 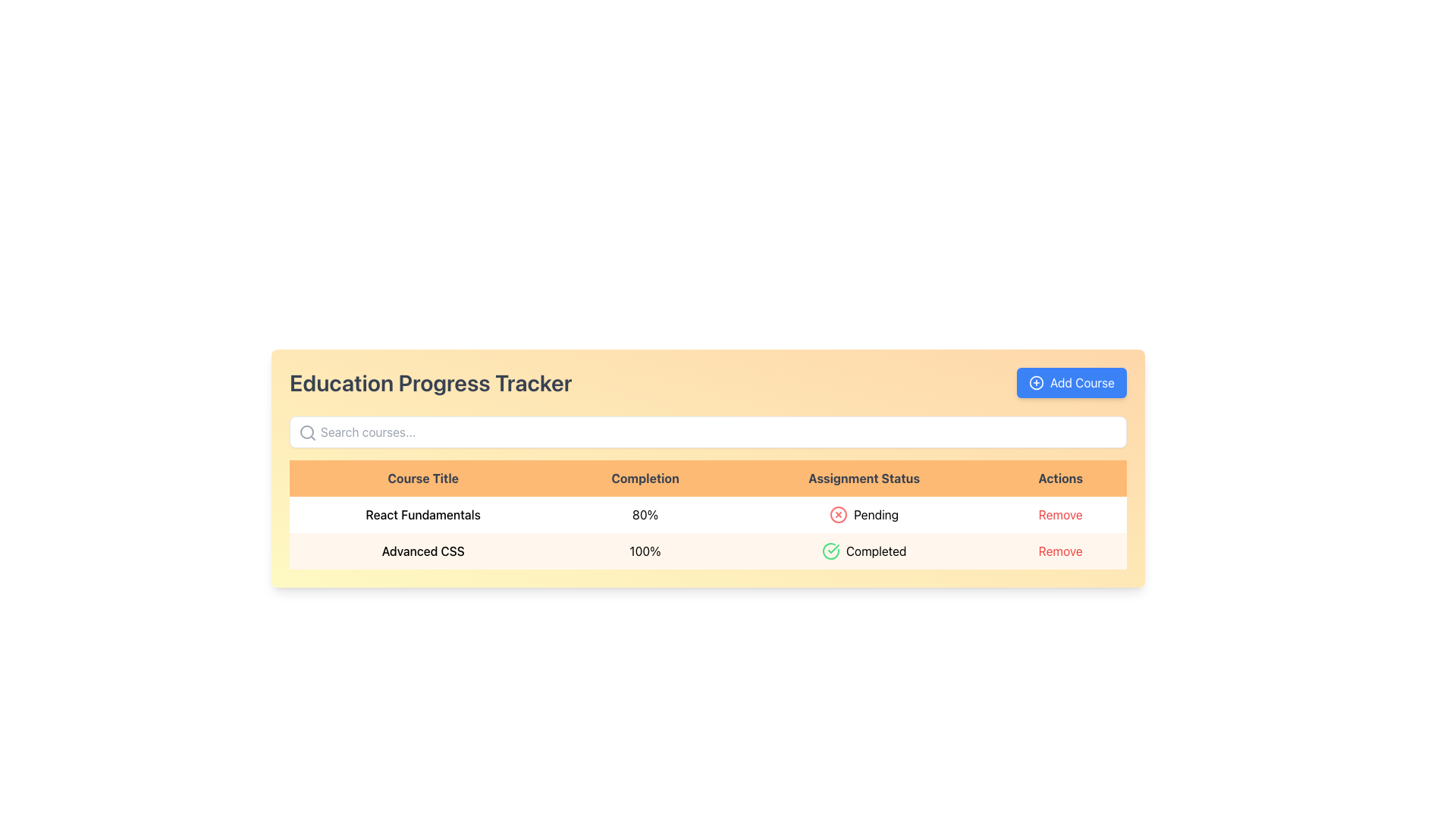 I want to click on the 'Advanced CSS' text label, which is a medium-weight font label located in the second row of the course table under the 'Course Title' column, so click(x=423, y=551).